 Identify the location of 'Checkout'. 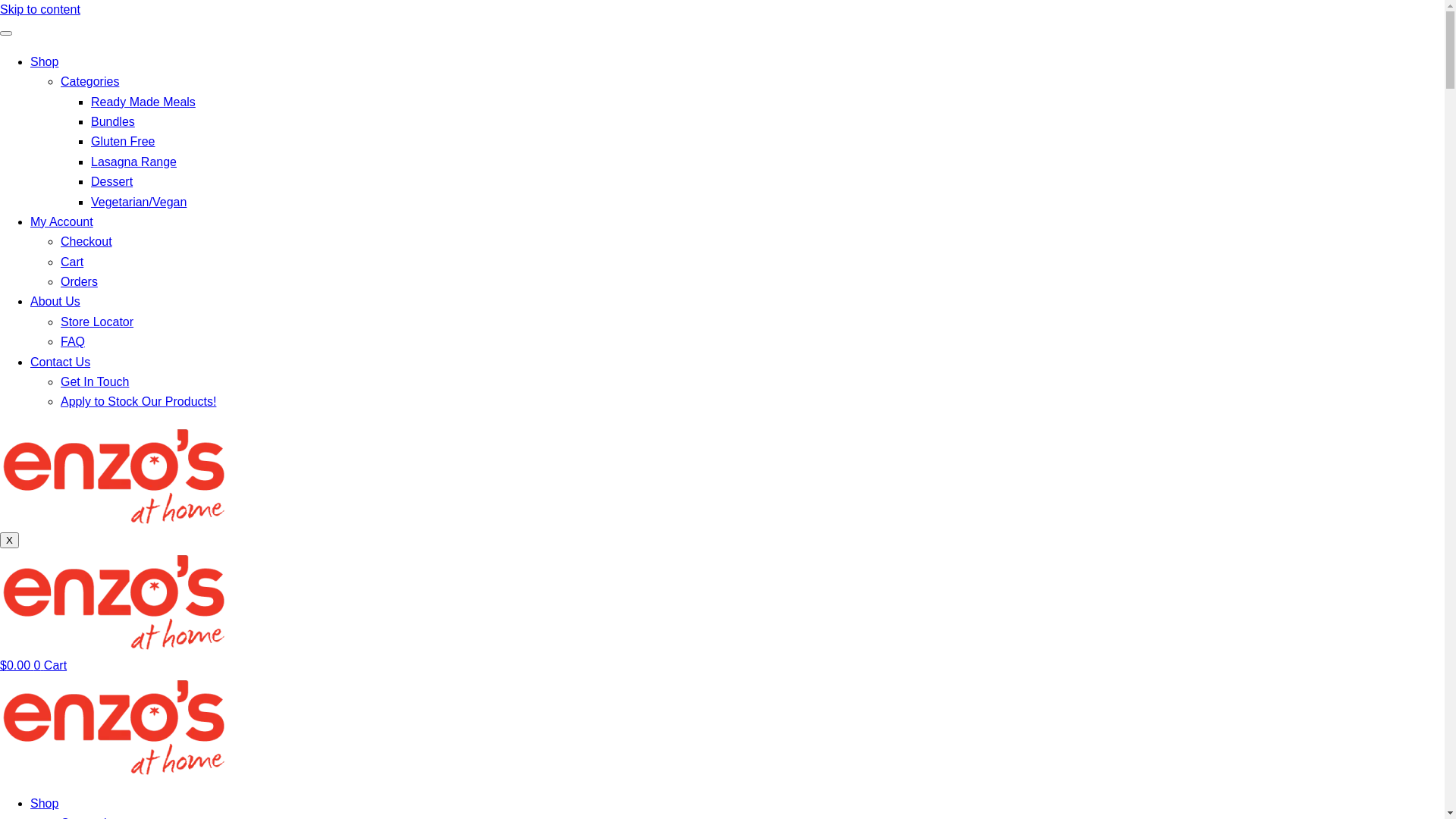
(86, 240).